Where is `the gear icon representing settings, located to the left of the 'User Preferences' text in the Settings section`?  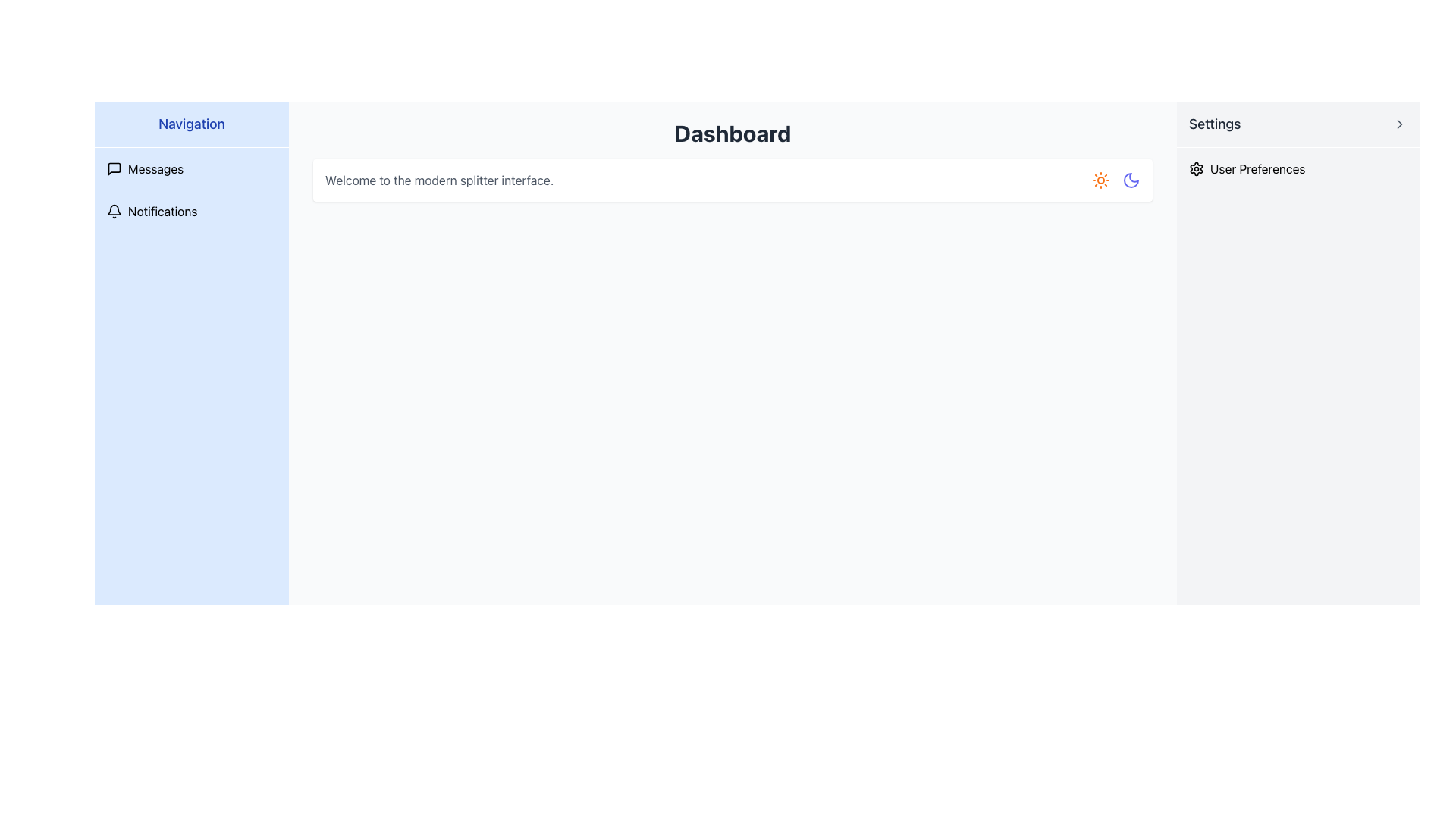
the gear icon representing settings, located to the left of the 'User Preferences' text in the Settings section is located at coordinates (1196, 169).